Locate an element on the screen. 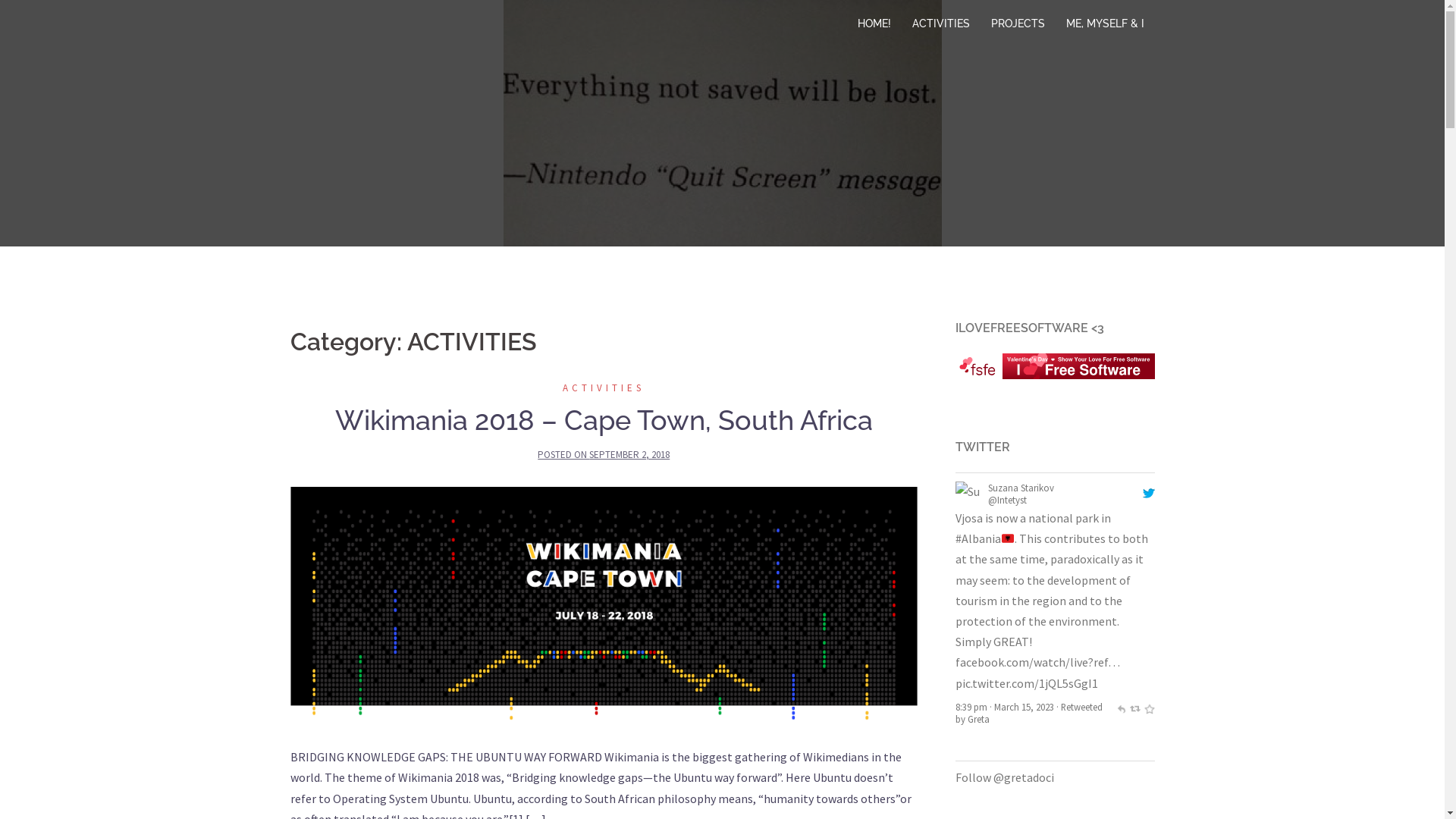  '@arianitd' is located at coordinates (1008, 500).